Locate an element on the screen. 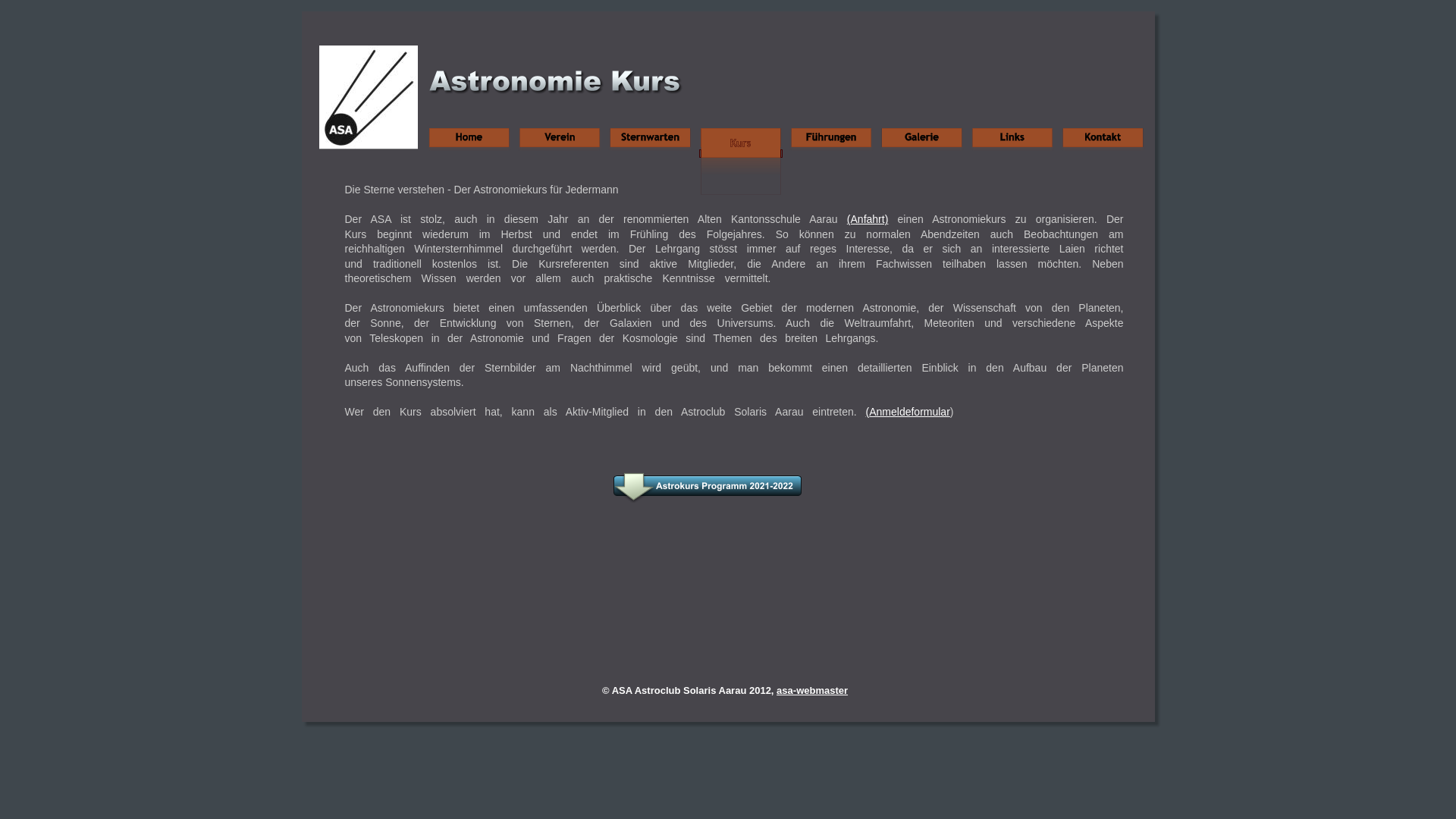 The image size is (1456, 819). 'Anmeldeformular' is located at coordinates (869, 412).